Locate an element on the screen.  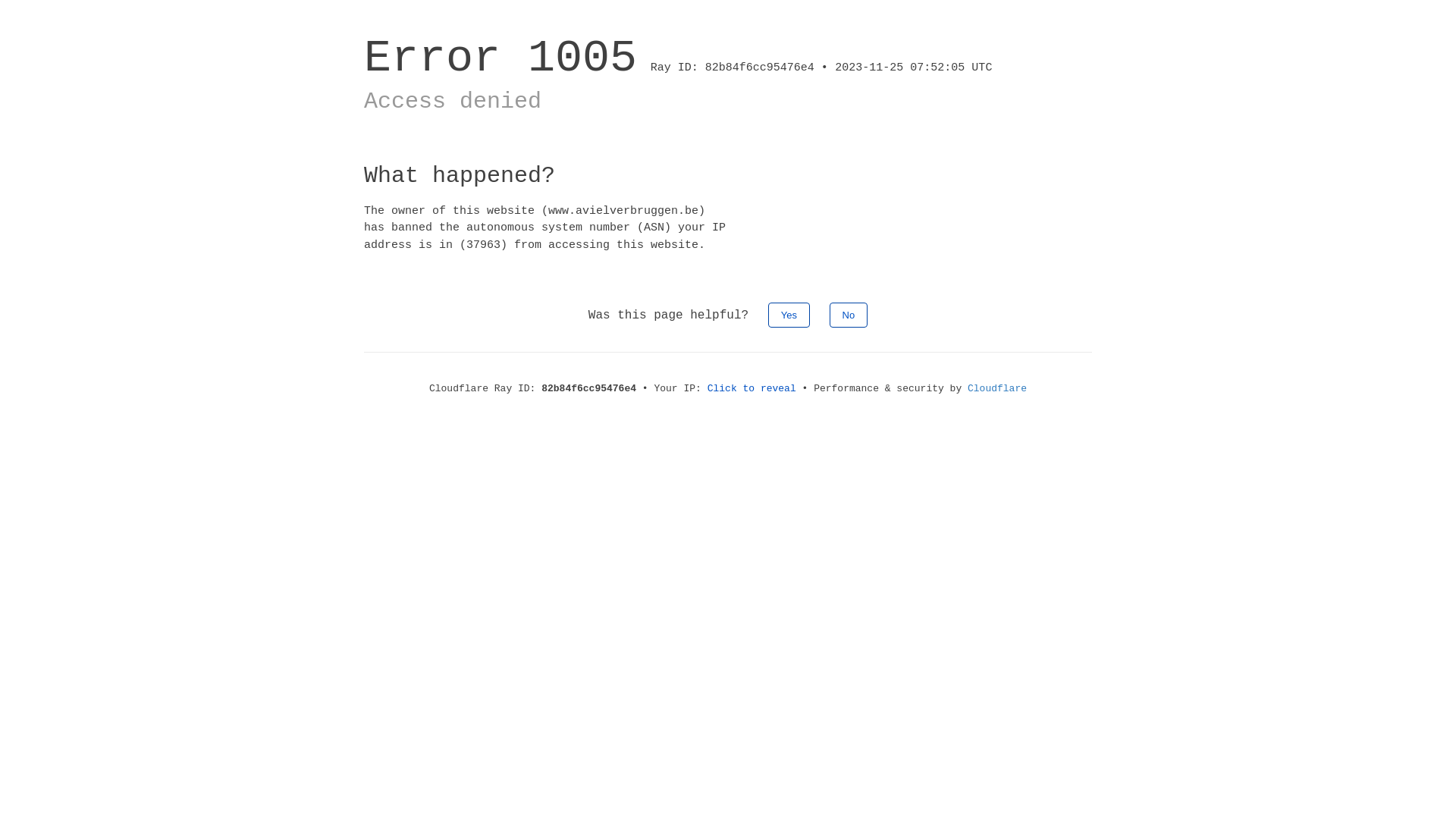
'Cloudflare' is located at coordinates (997, 388).